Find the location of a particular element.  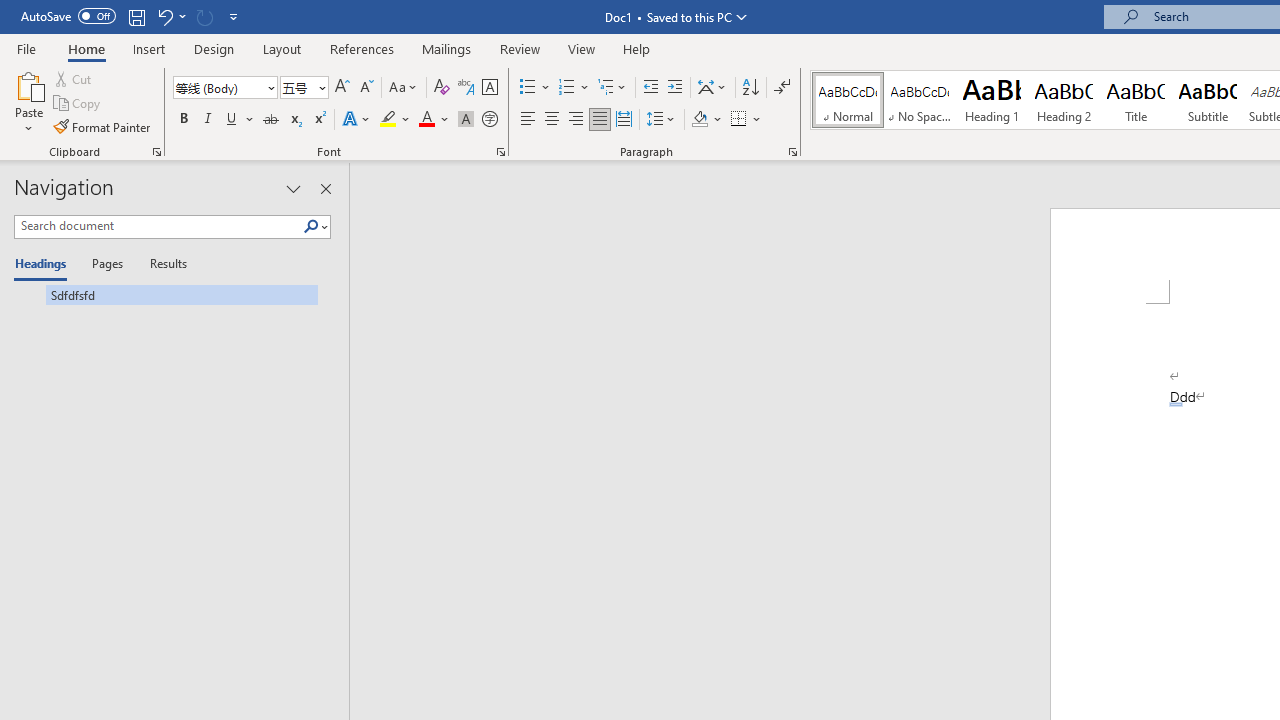

'Text Highlight Color Yellow' is located at coordinates (388, 119).